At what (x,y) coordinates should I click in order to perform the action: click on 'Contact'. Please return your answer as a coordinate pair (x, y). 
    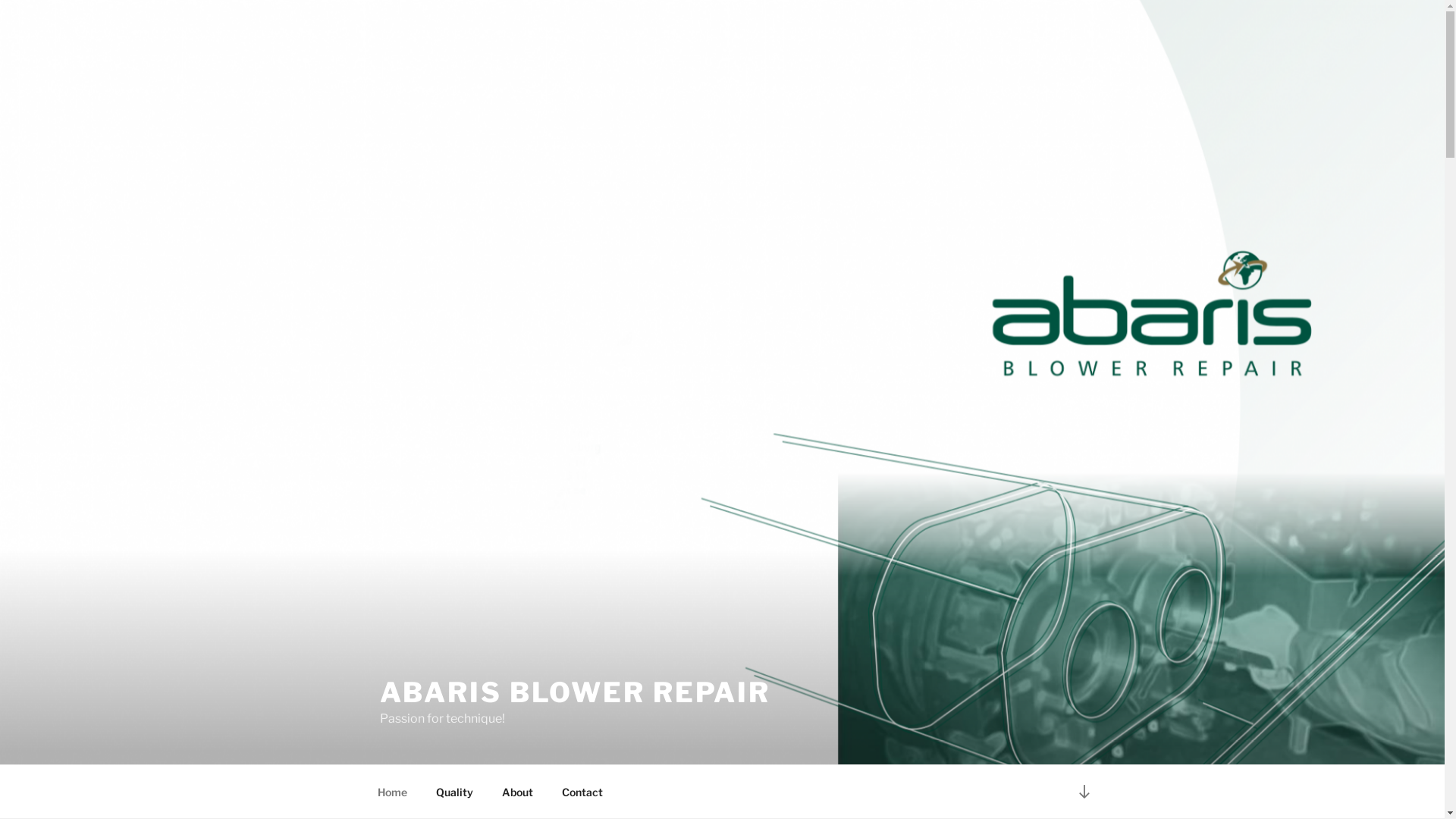
    Looking at the image, I should click on (582, 791).